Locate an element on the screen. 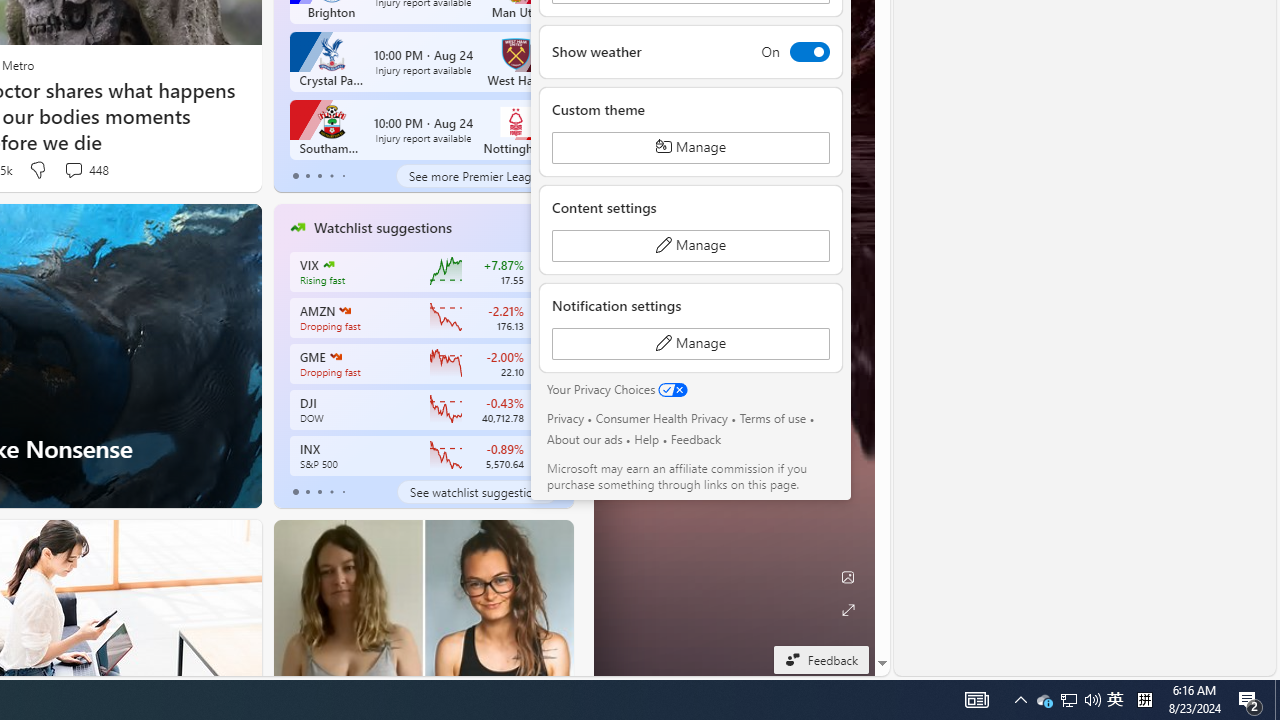  'Watchlist suggestions' is located at coordinates (382, 226).